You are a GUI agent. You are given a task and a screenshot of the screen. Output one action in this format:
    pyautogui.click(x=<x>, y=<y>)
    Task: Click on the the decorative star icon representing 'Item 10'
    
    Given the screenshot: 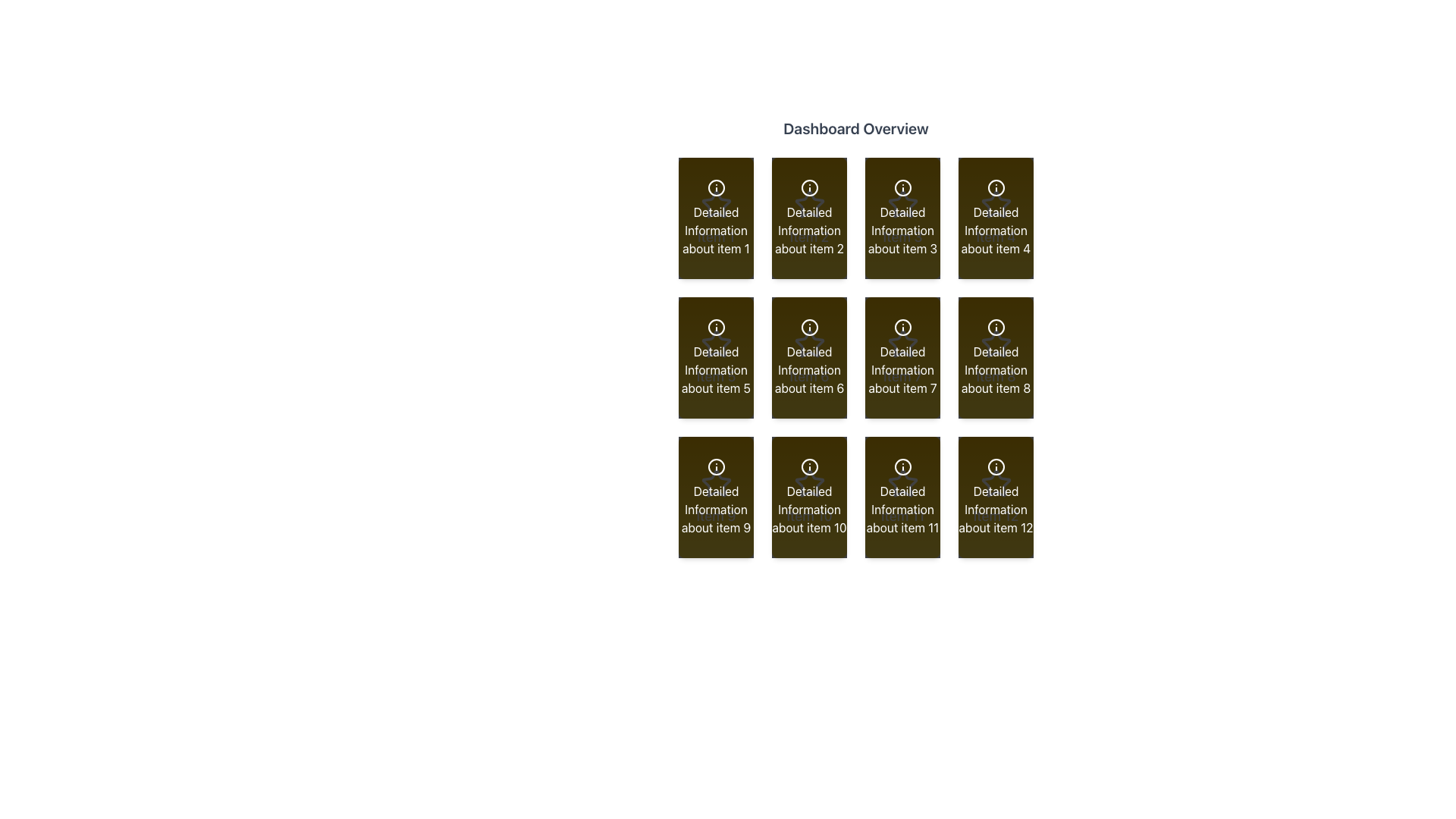 What is the action you would take?
    pyautogui.click(x=808, y=483)
    